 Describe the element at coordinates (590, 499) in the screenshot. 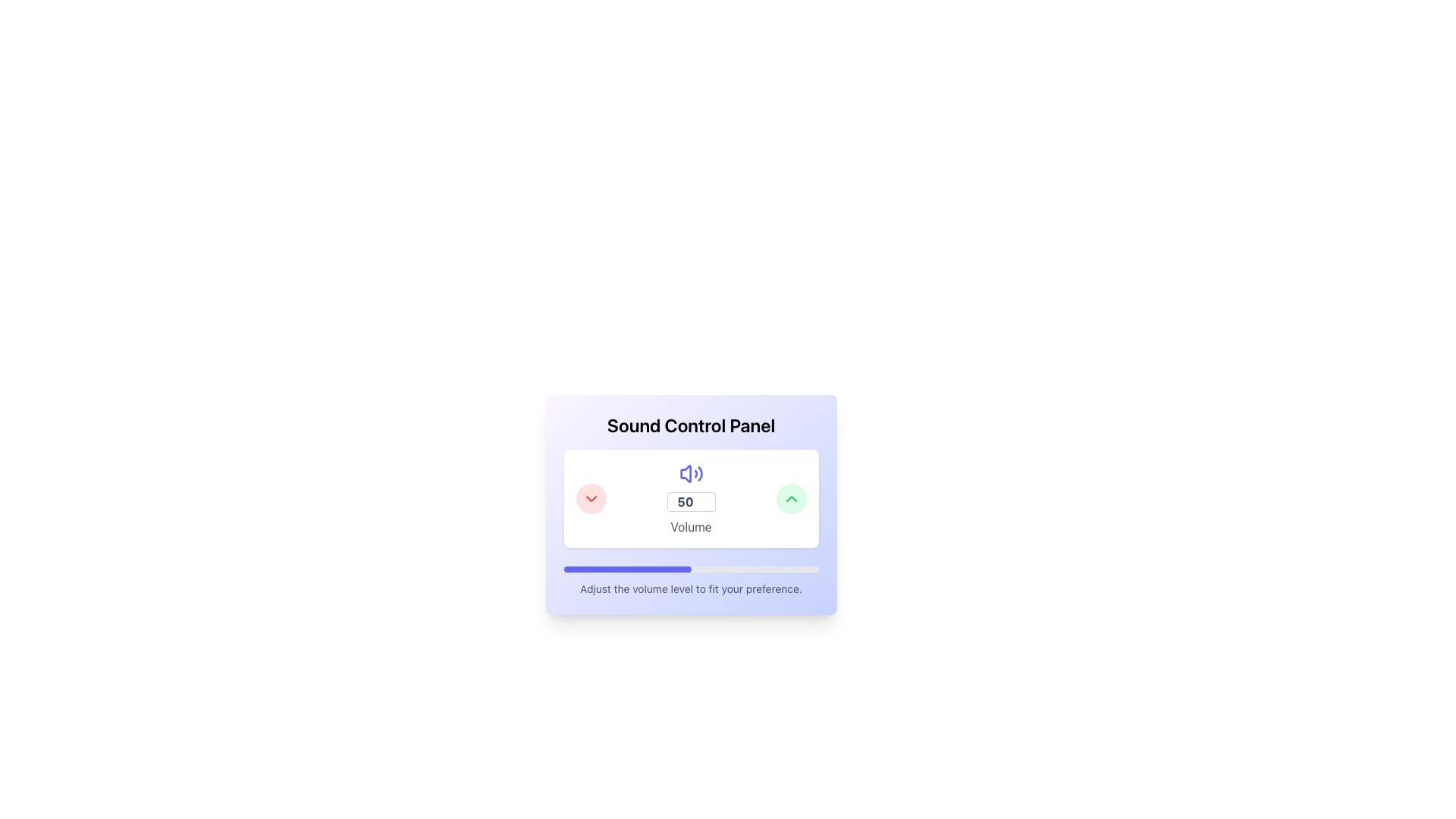

I see `the decrease control icon located in the circular button area on the left side of the Sound Control Panel to reduce the volume` at that location.